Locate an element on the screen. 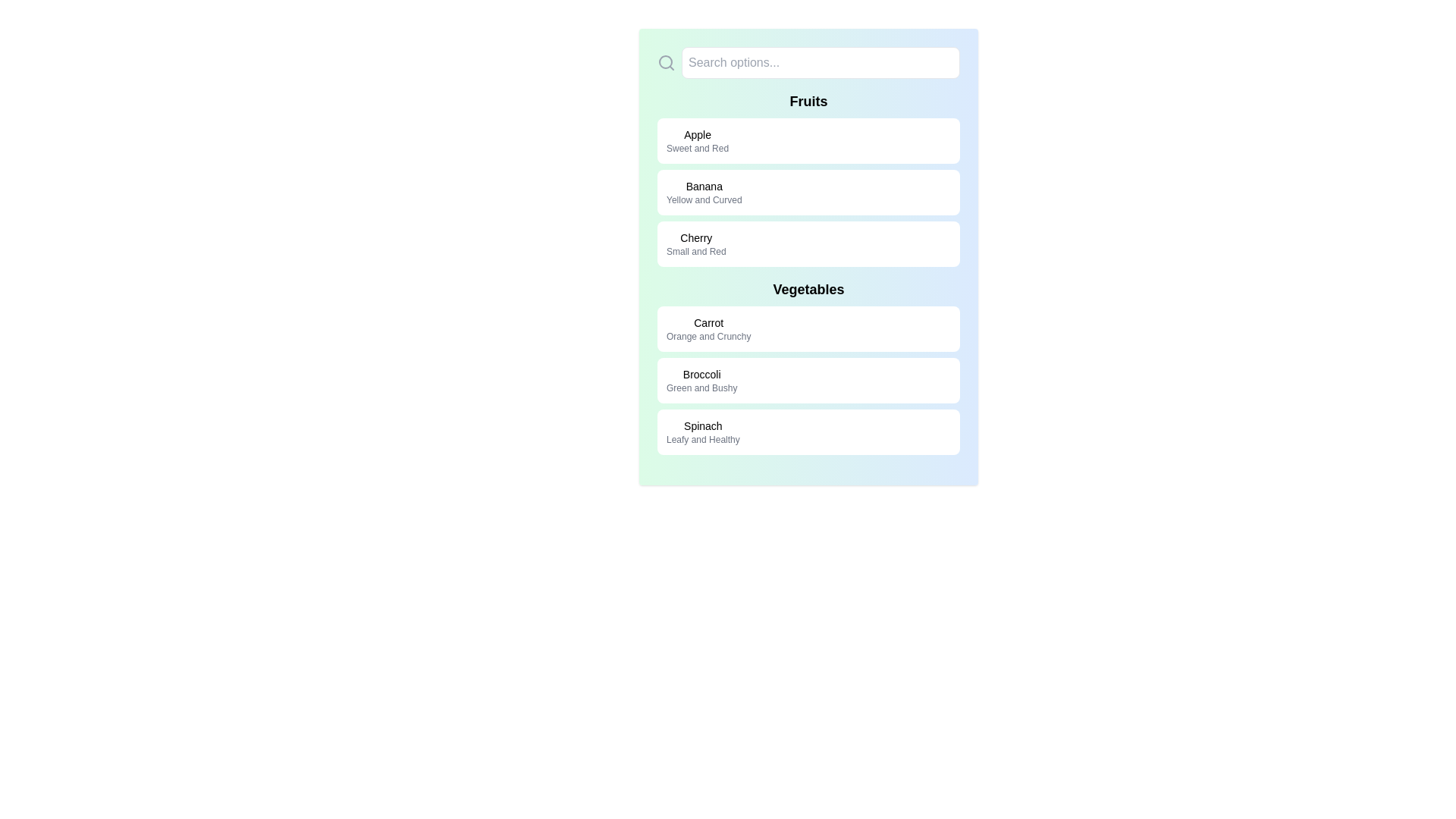  the static text label displaying 'Green and Bushy', which is positioned below 'Broccoli' in the 'Vegetables' section is located at coordinates (701, 388).